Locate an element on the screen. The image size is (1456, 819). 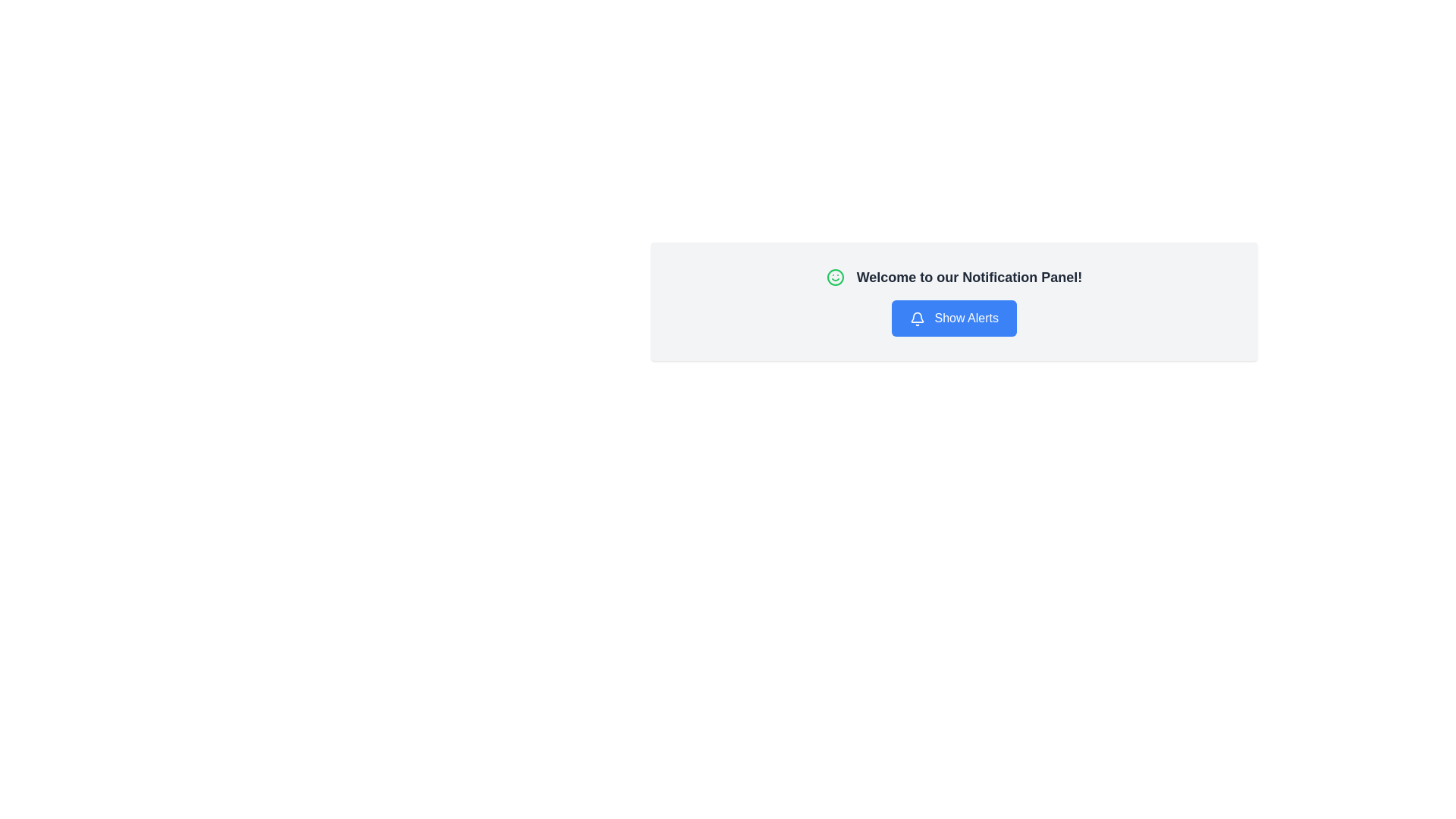
the bell icon located in the notification panel, which serves as a visual indicator for notifications or alerts is located at coordinates (916, 316).